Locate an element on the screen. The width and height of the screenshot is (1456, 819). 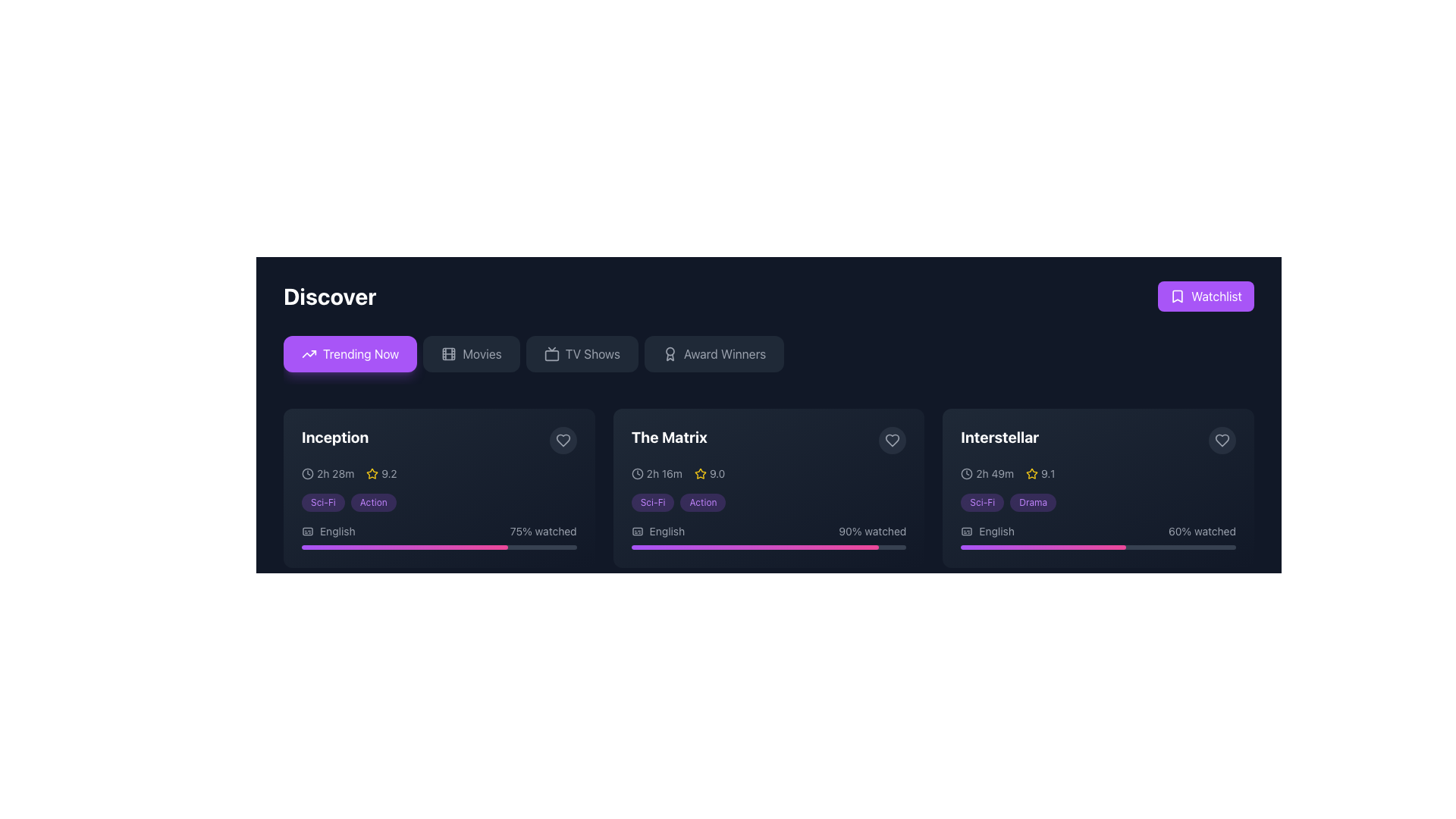
the static text display styled as a tag indicating the genre 'Sci-Fi', which is positioned under 'The Matrix' movie card and is the first in a sequence of two tags is located at coordinates (653, 503).